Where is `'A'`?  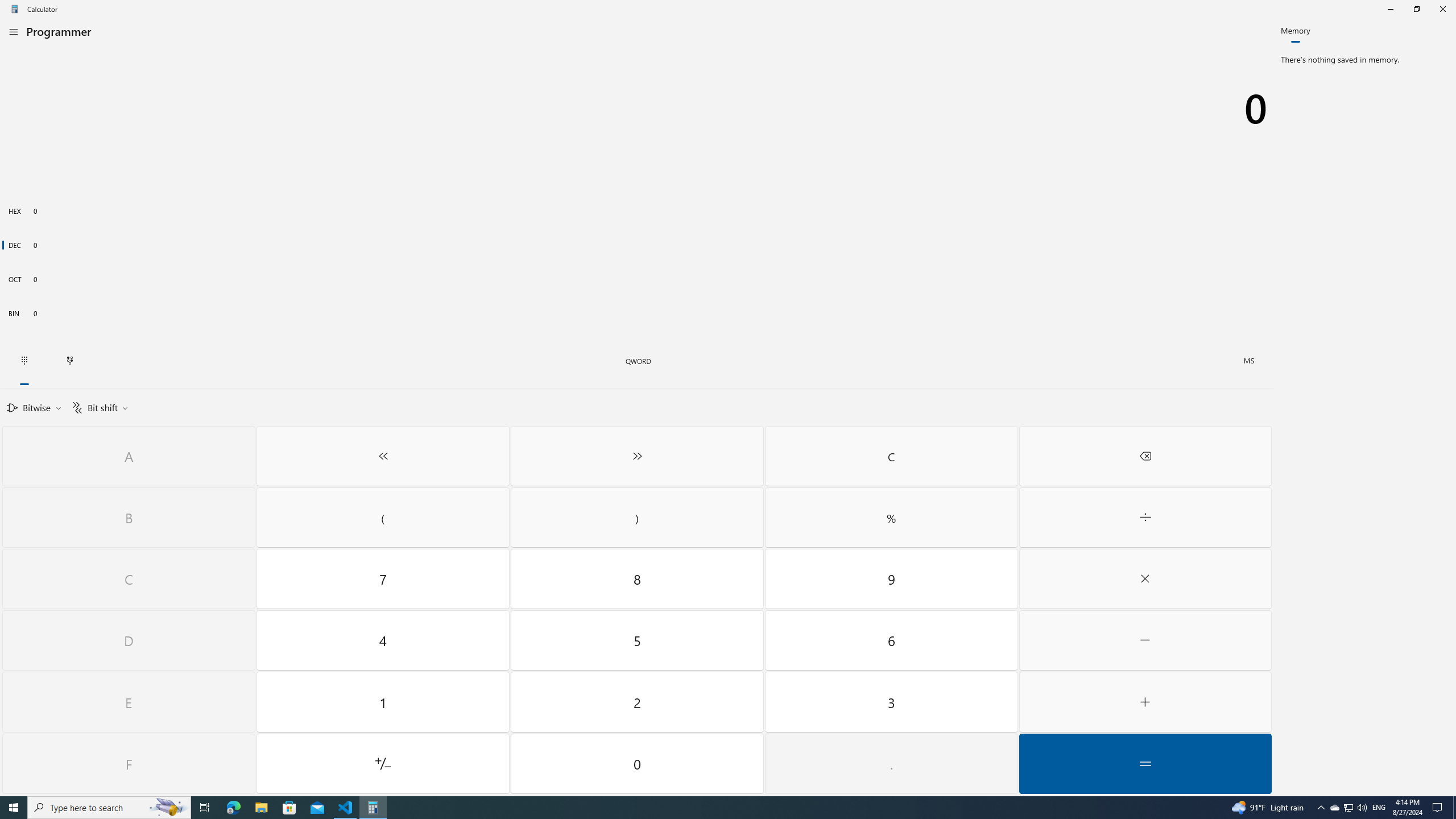 'A' is located at coordinates (128, 456).